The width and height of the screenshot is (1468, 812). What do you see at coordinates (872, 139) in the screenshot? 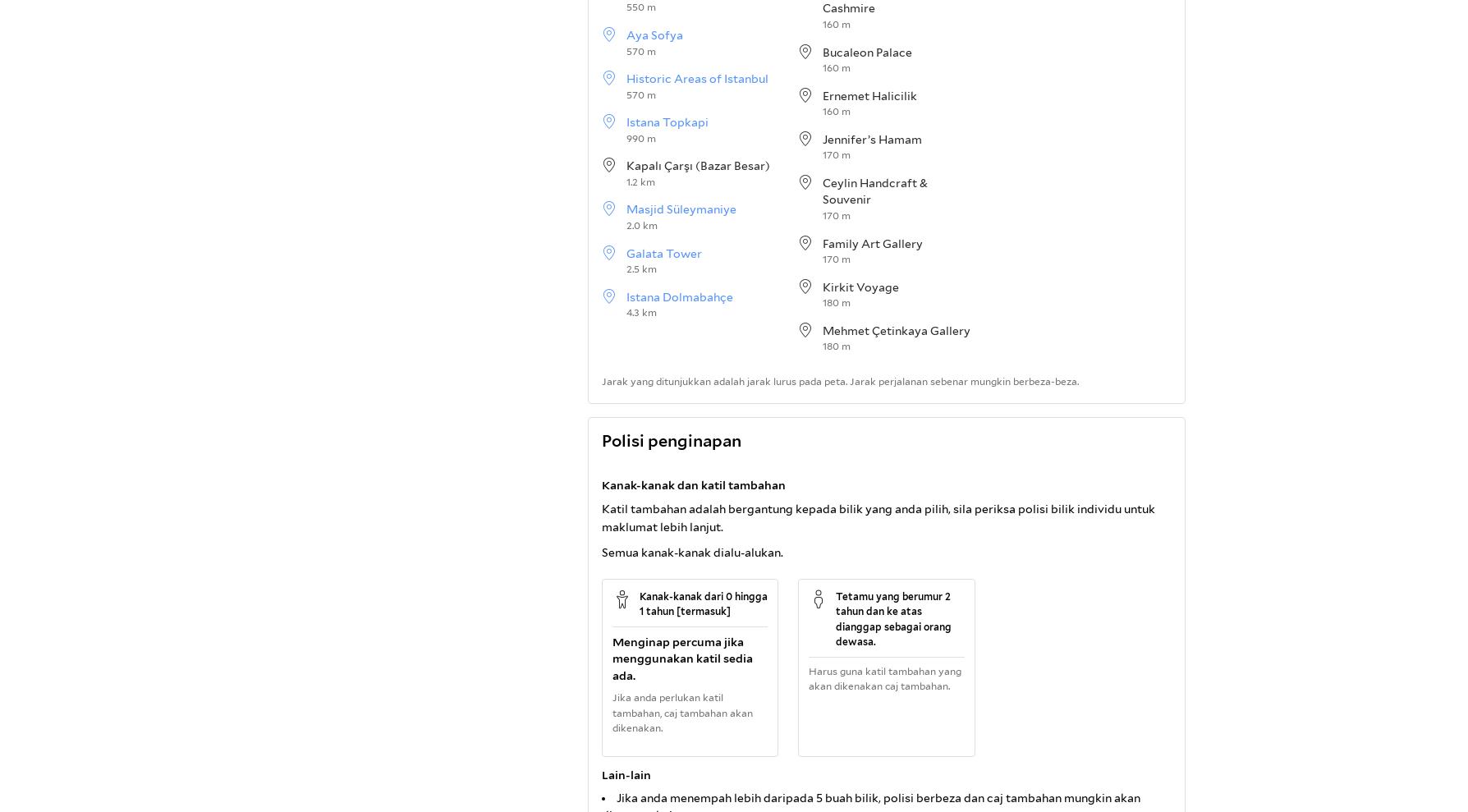
I see `'Jennifer’s Hamam'` at bounding box center [872, 139].